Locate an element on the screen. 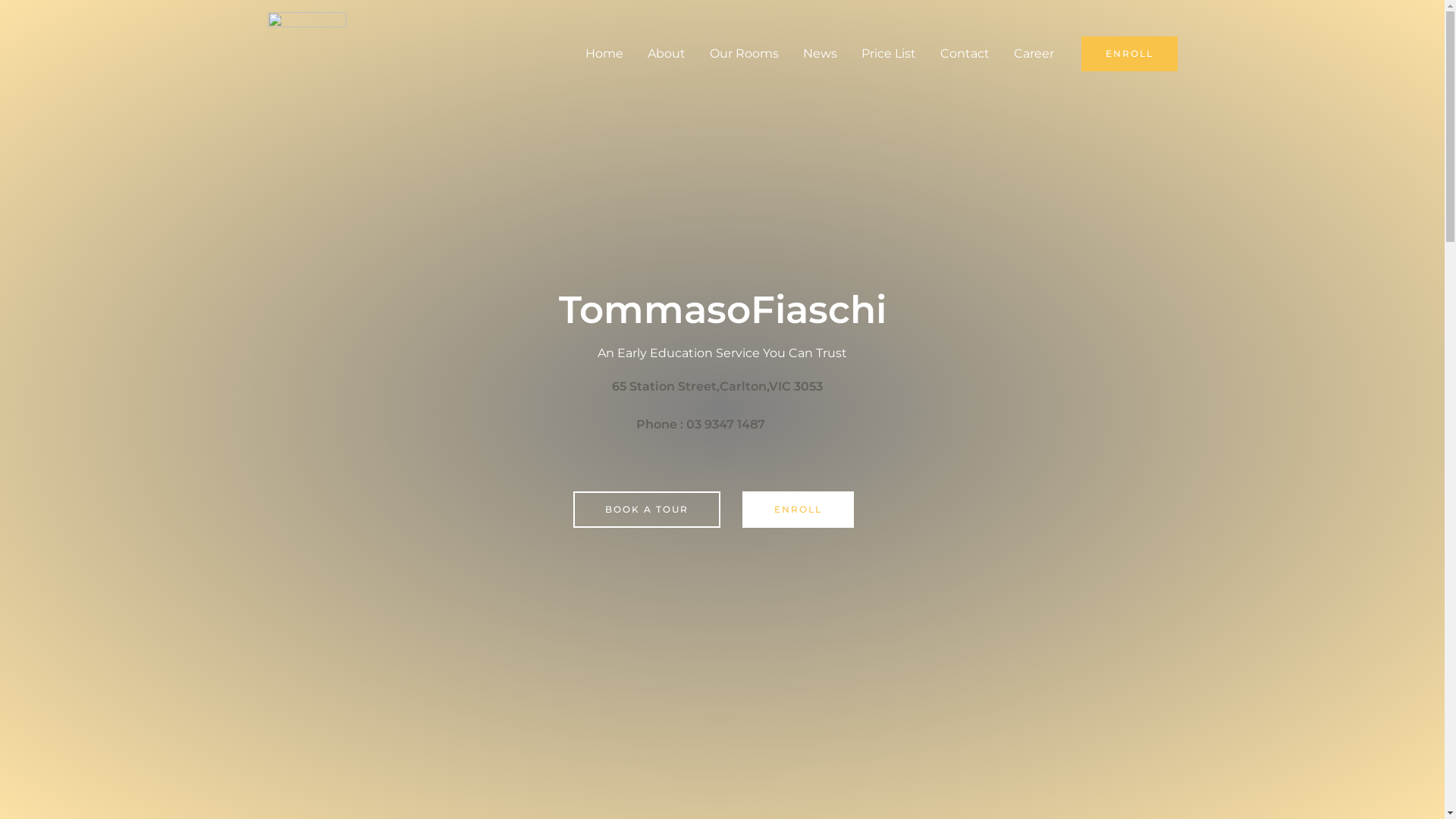 This screenshot has width=1456, height=819. 'ENROLL' is located at coordinates (1129, 52).